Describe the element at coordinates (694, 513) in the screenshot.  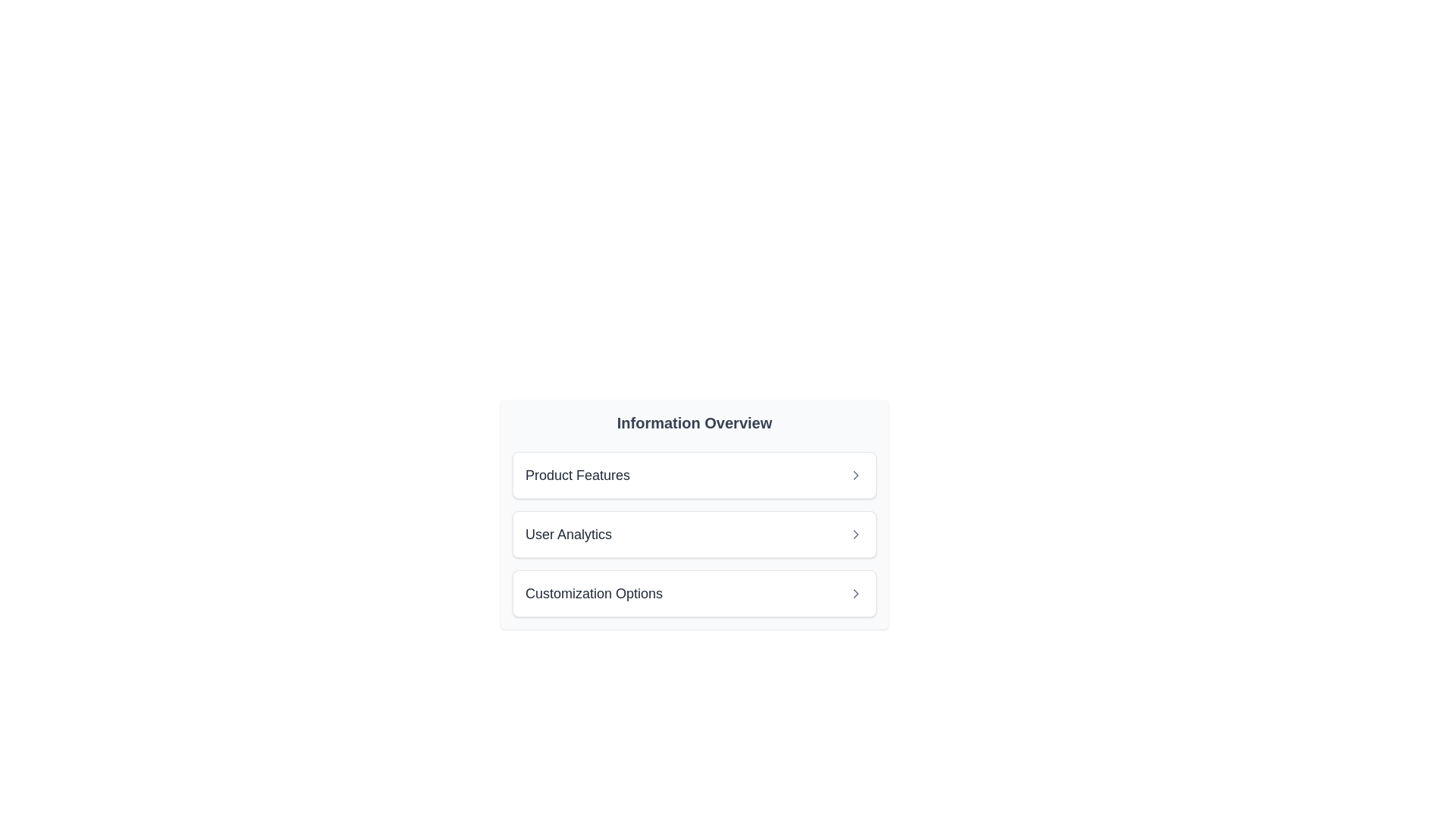
I see `the navigational link item located beneath the title 'Information Overview', positioned between 'Product Features' and 'Customization Options'` at that location.